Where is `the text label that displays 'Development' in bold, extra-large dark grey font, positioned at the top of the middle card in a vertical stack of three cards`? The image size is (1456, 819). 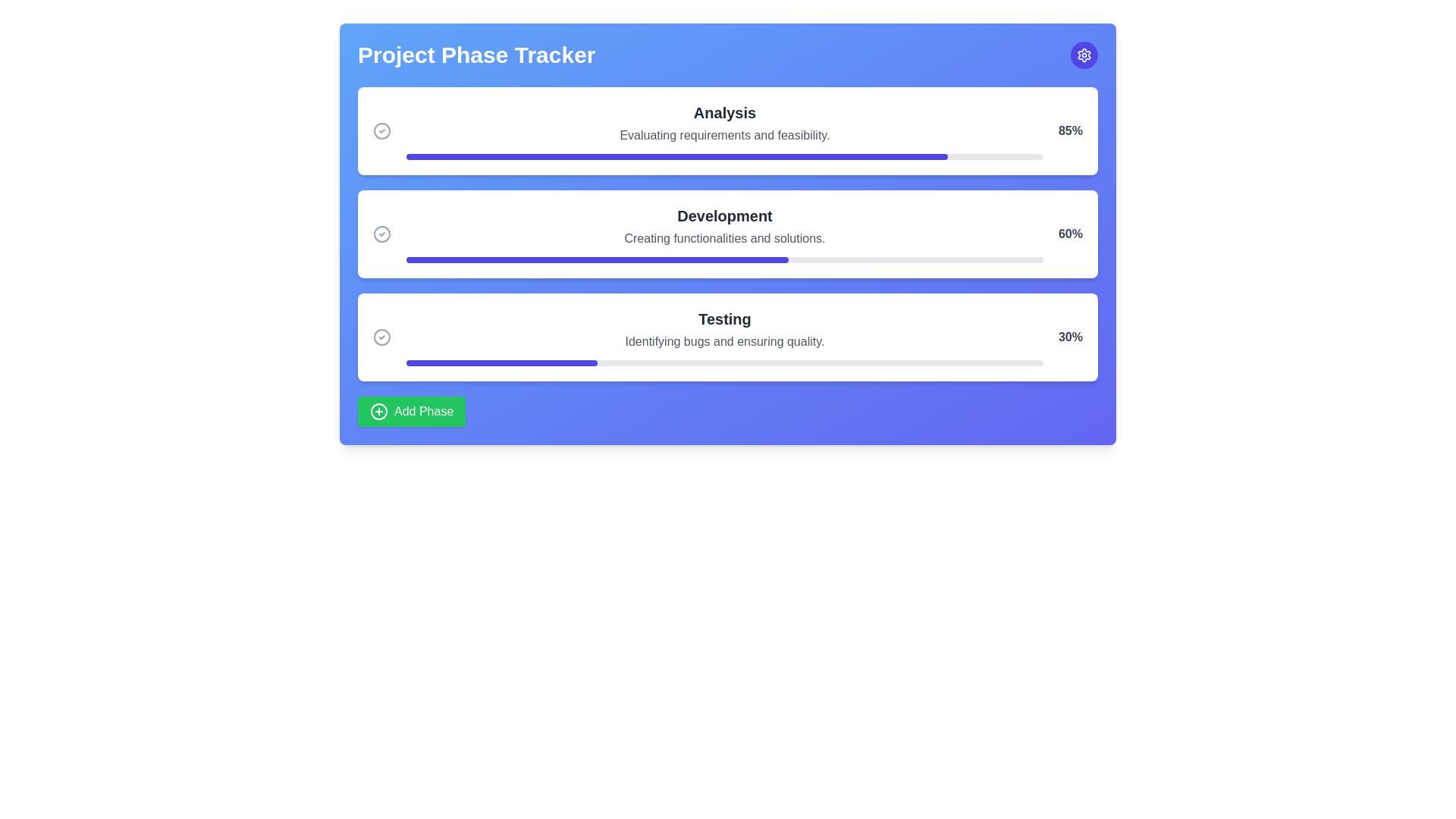
the text label that displays 'Development' in bold, extra-large dark grey font, positioned at the top of the middle card in a vertical stack of three cards is located at coordinates (723, 216).